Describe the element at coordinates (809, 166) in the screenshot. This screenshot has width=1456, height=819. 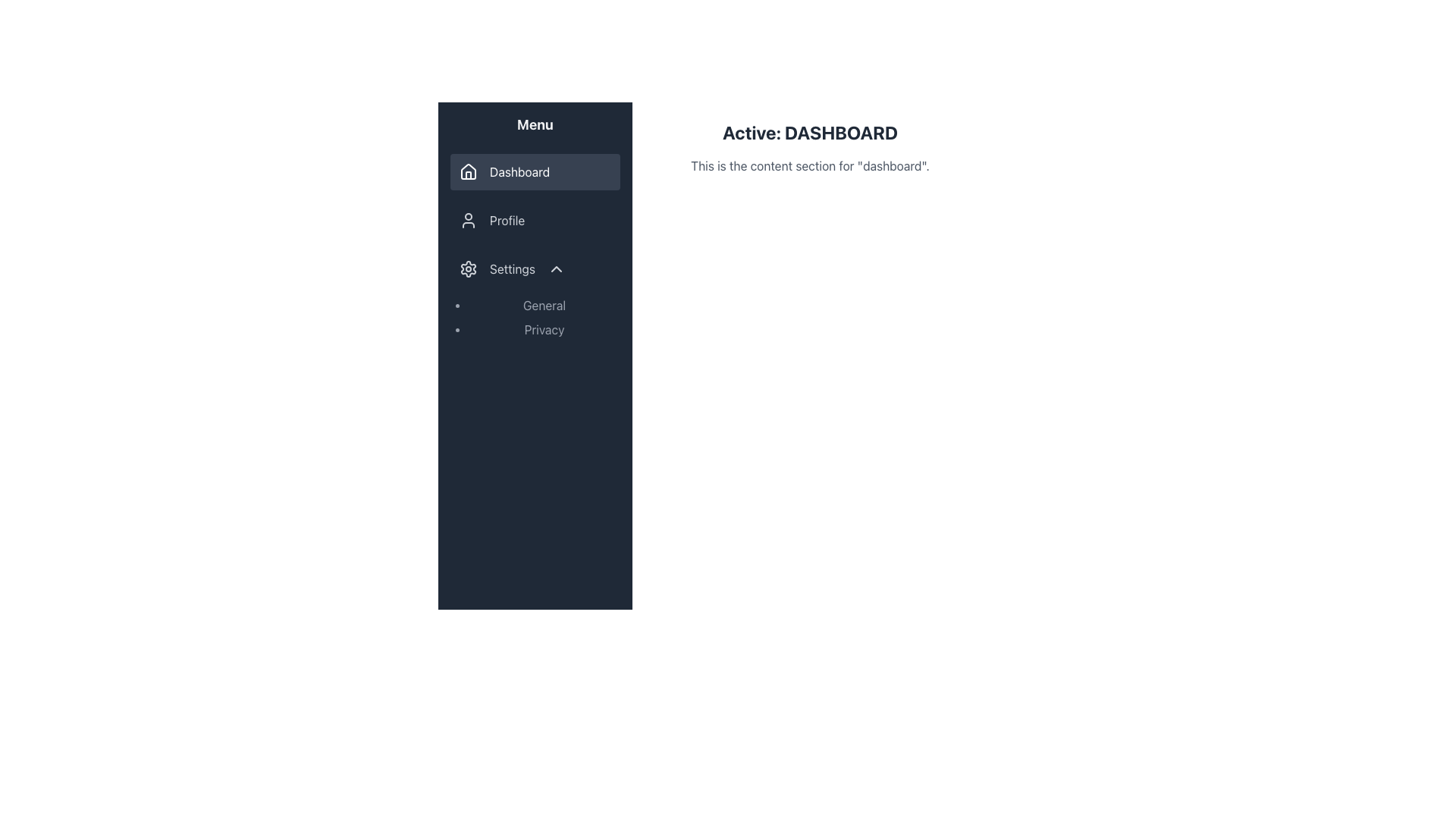
I see `the static text label that provides descriptive information about the current section of the application, located directly under the header 'Active: DASHBOARD' and horizontally centered in the main content area` at that location.